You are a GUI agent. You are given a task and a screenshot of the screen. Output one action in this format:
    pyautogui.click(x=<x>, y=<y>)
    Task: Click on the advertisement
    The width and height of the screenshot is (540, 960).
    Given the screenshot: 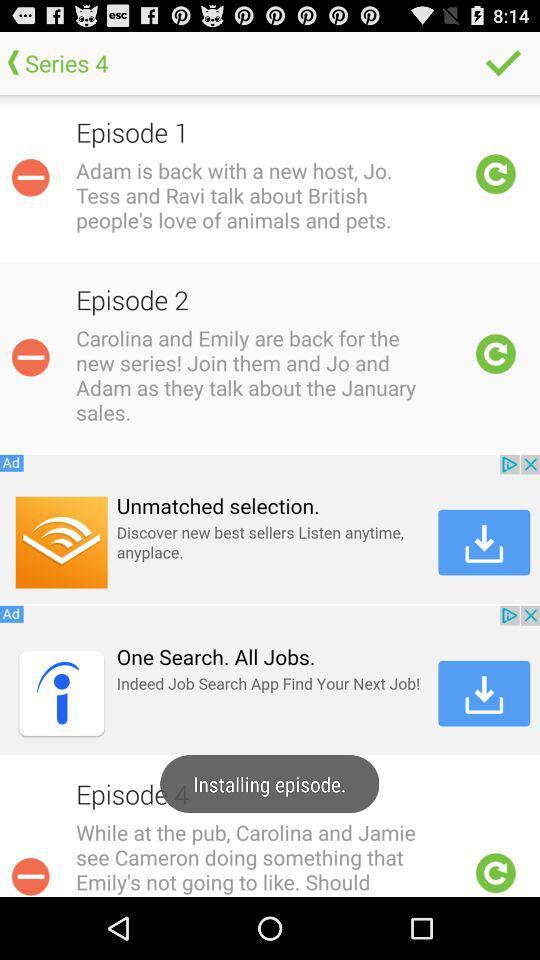 What is the action you would take?
    pyautogui.click(x=270, y=528)
    